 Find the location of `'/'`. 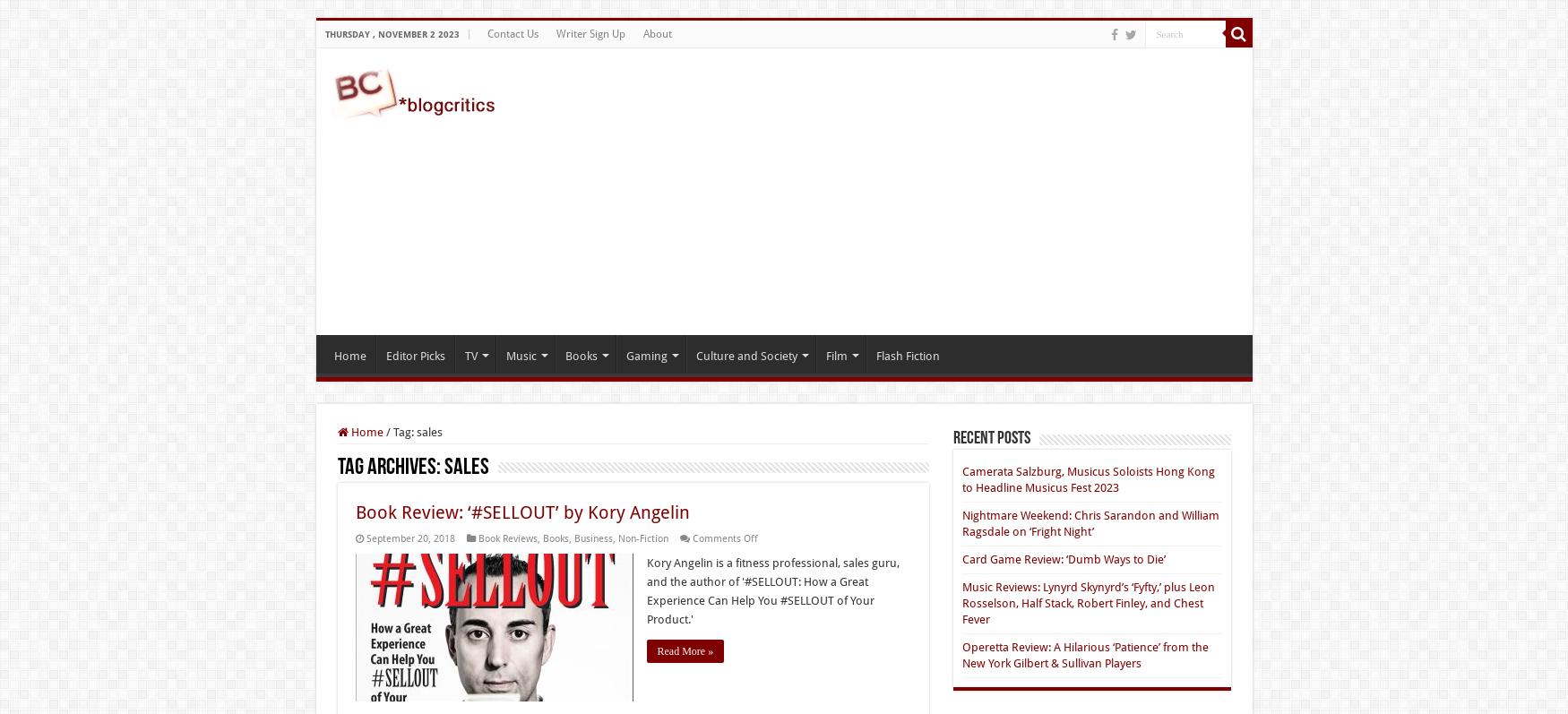

'/' is located at coordinates (386, 432).